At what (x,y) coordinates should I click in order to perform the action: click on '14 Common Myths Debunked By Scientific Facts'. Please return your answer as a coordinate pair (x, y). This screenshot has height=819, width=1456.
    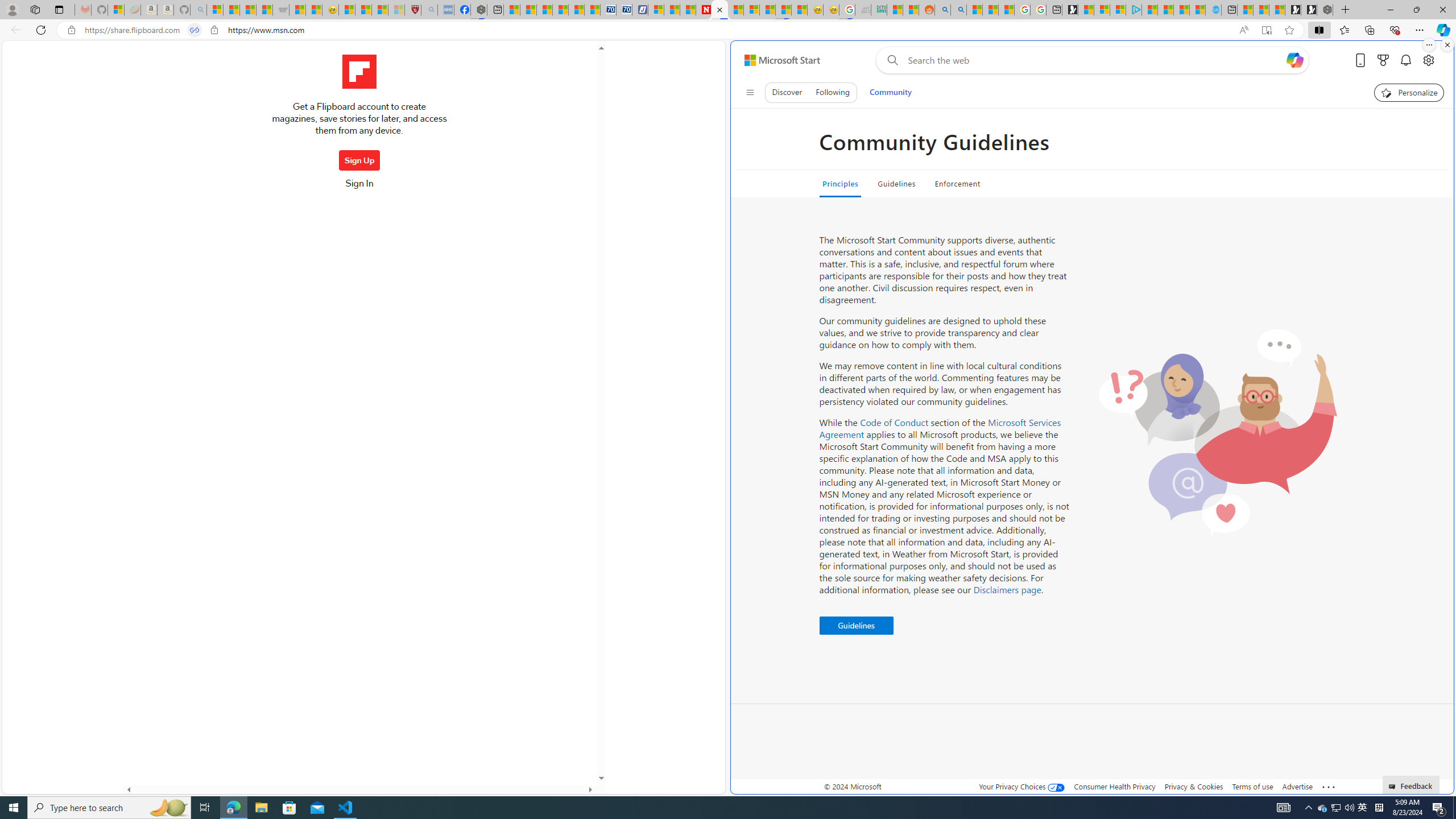
    Looking at the image, I should click on (735, 9).